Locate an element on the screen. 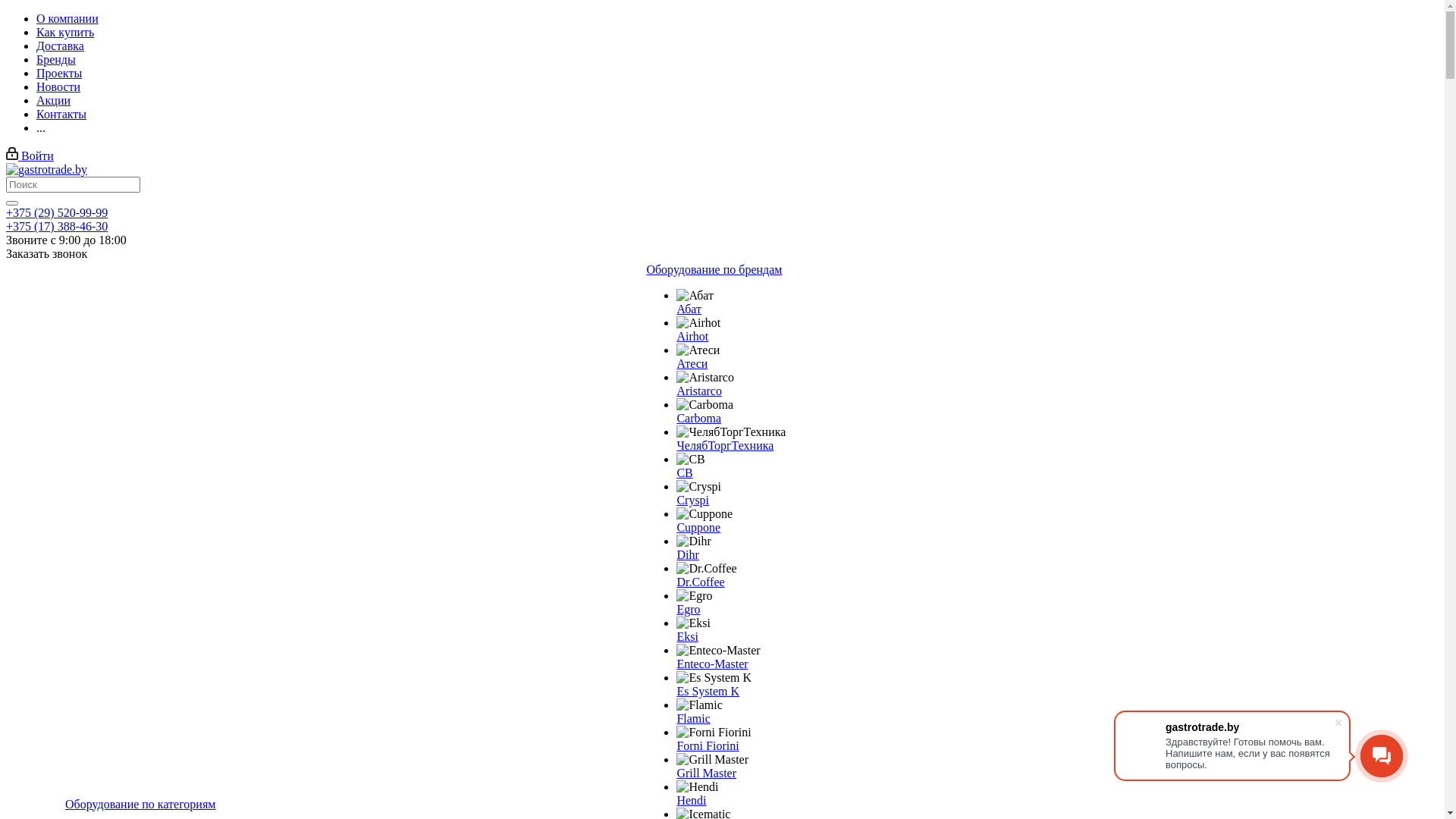 The image size is (1456, 819). 'Forni Fiorini' is located at coordinates (712, 731).